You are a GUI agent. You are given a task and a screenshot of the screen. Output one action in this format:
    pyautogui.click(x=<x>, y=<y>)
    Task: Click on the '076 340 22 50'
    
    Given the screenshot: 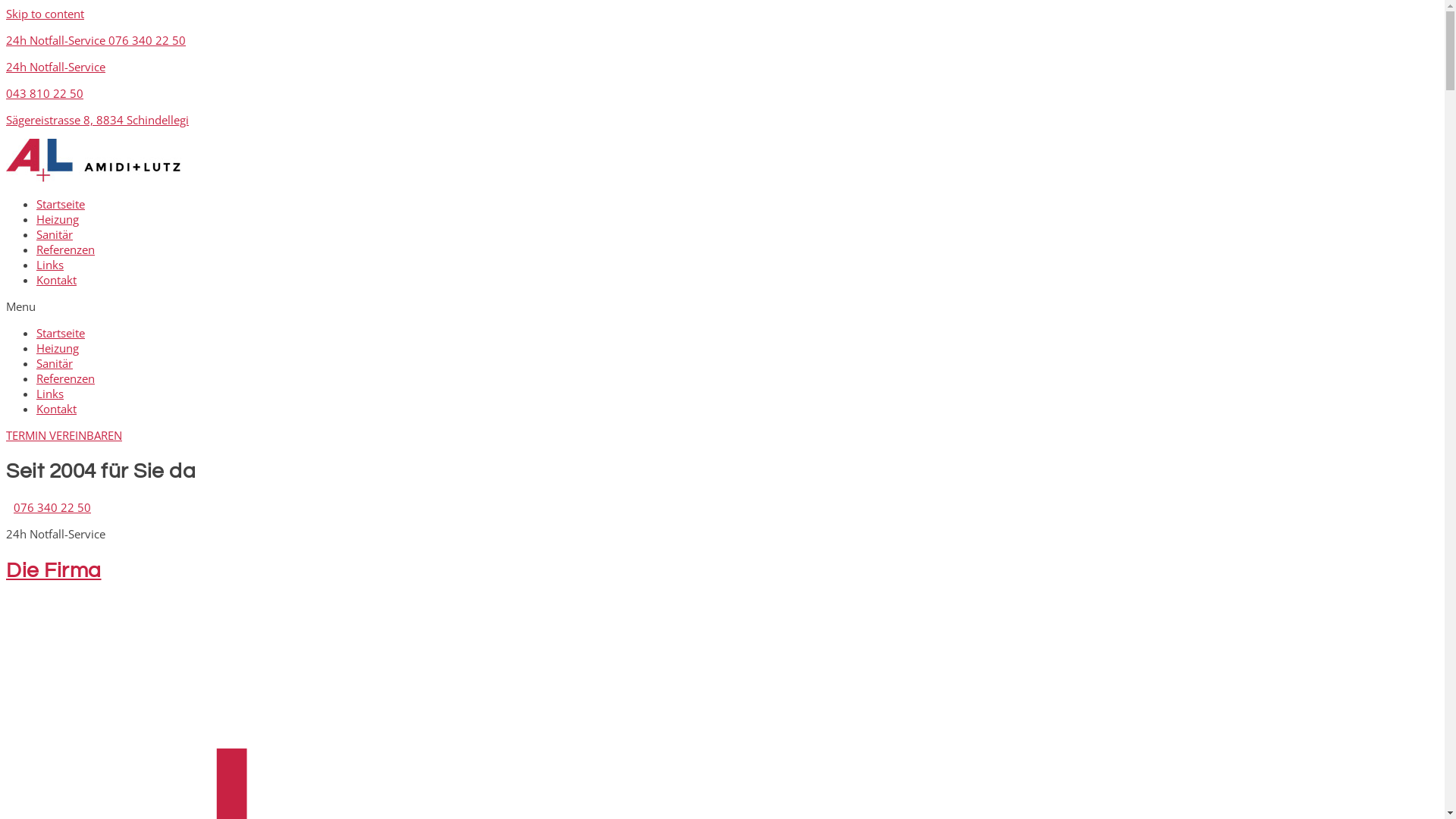 What is the action you would take?
    pyautogui.click(x=52, y=507)
    